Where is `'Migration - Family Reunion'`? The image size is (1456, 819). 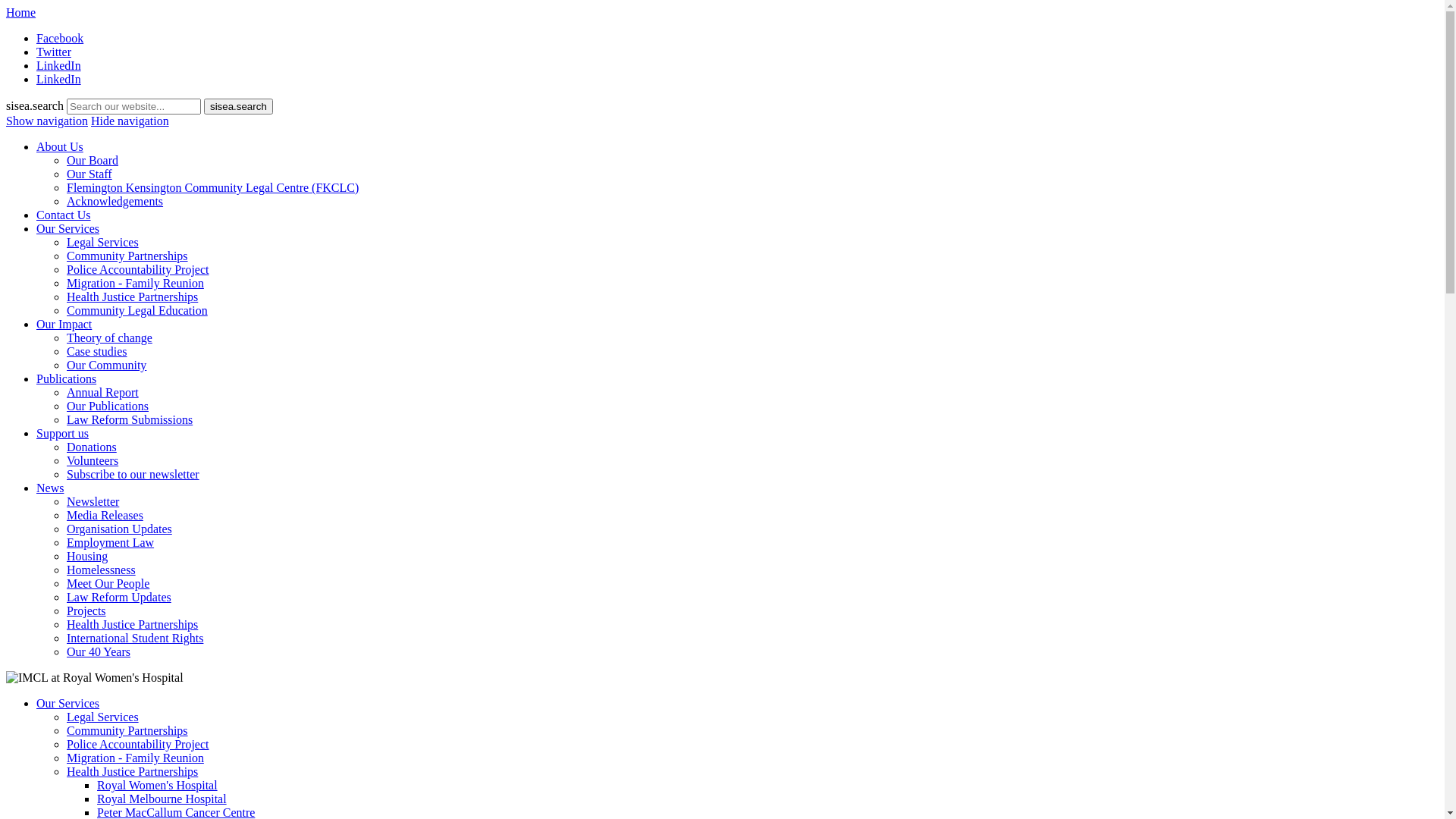 'Migration - Family Reunion' is located at coordinates (135, 758).